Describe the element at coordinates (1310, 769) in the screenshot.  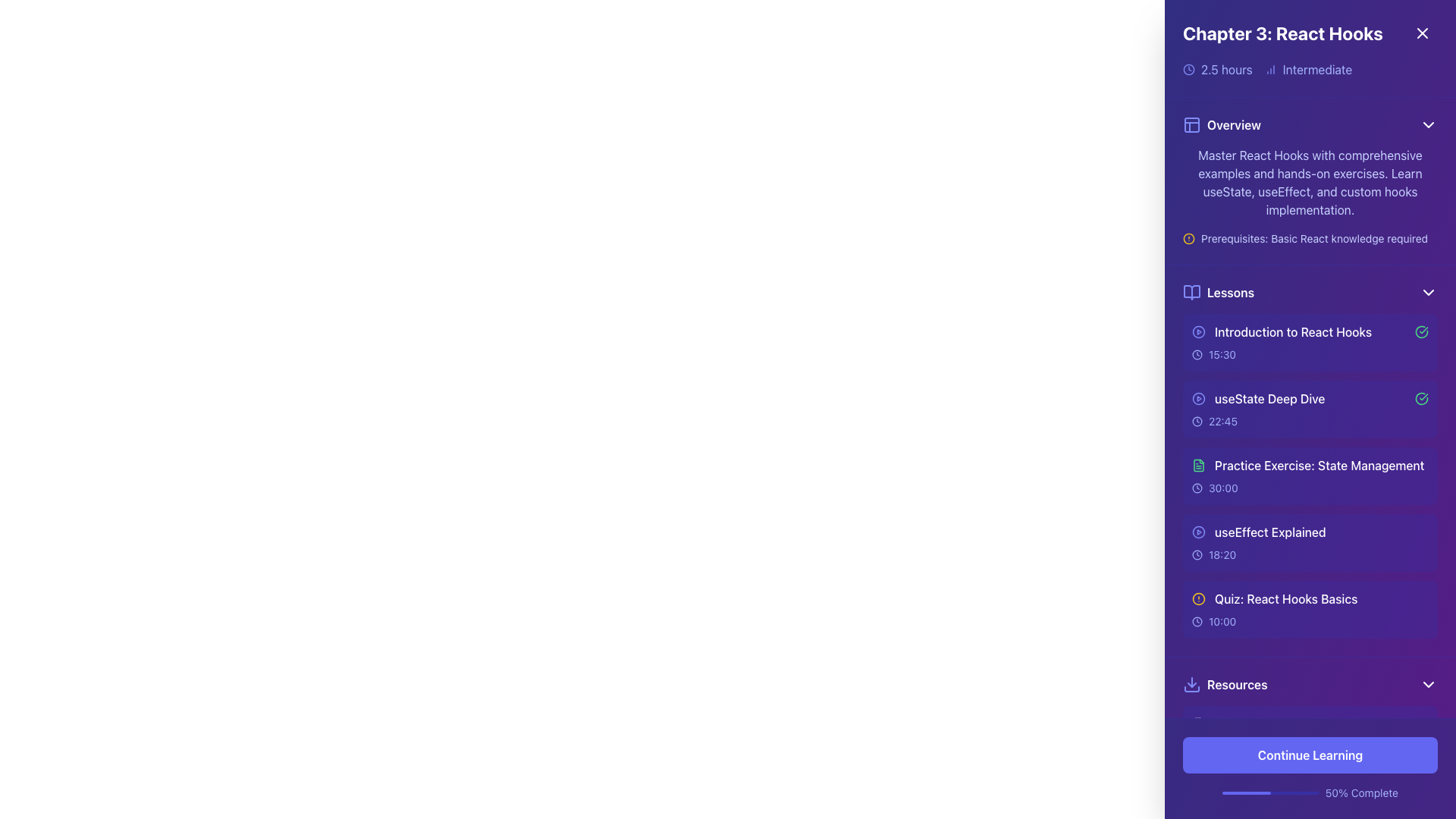
I see `the 'Exercise Files' button with a blue background and white text located in the 'Resources' section to observe a background color change` at that location.